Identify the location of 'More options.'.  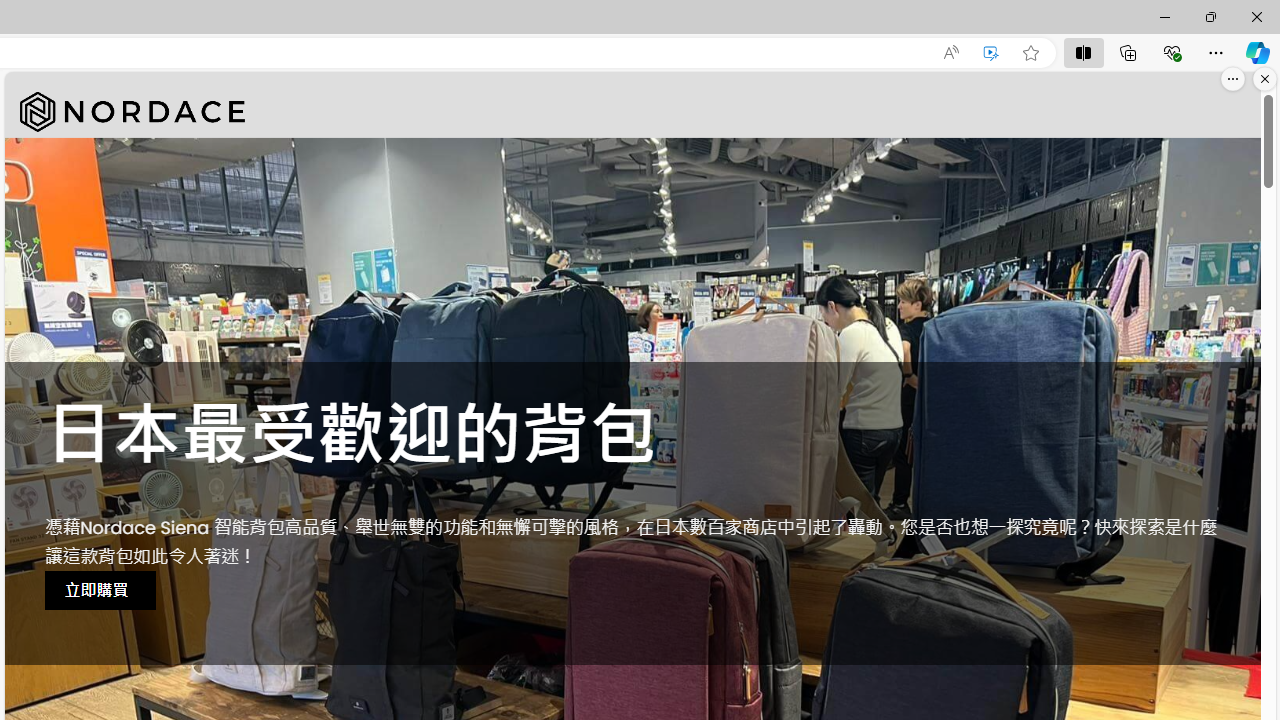
(1232, 78).